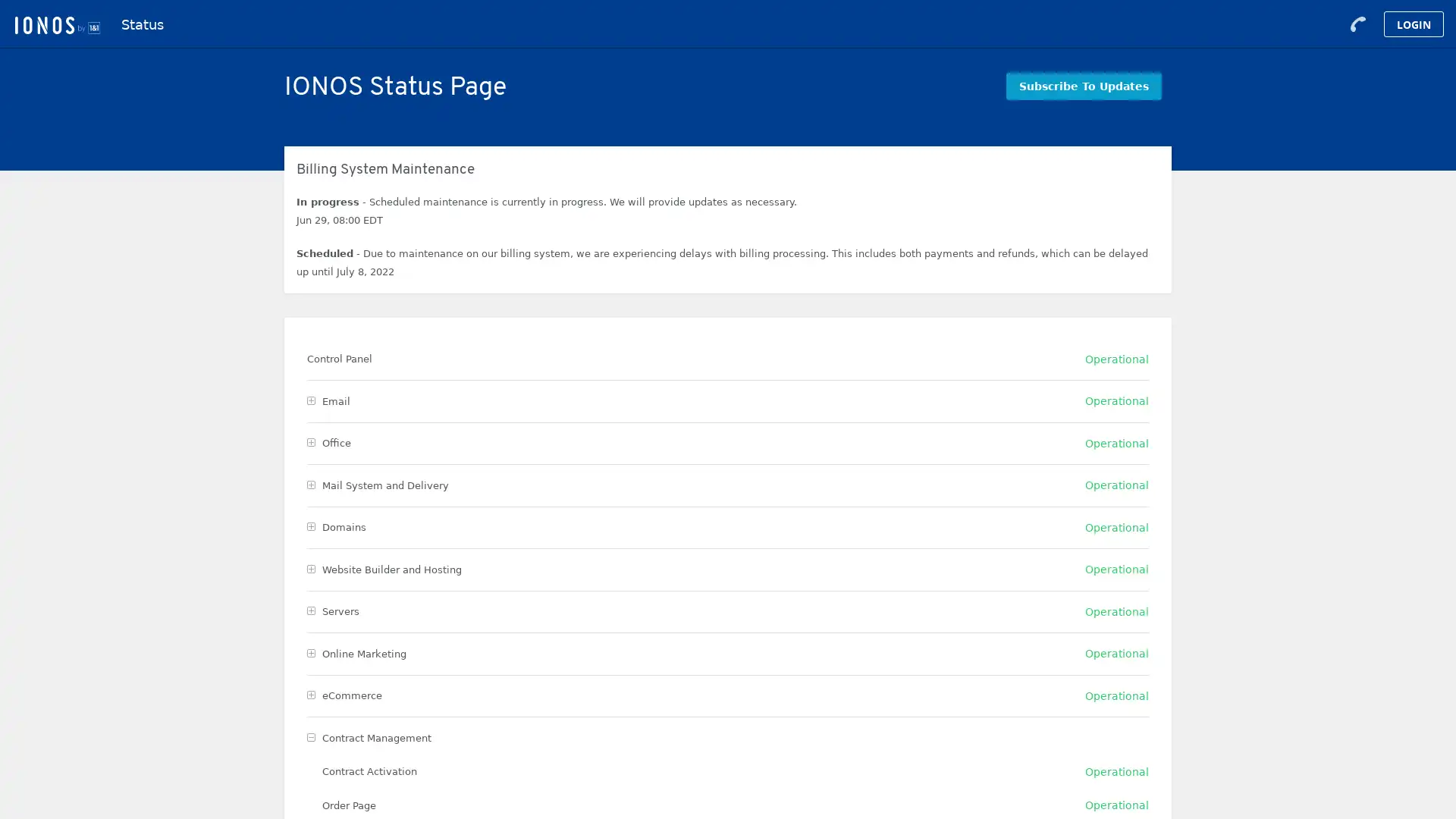  I want to click on Toggle eCommerce, so click(310, 695).